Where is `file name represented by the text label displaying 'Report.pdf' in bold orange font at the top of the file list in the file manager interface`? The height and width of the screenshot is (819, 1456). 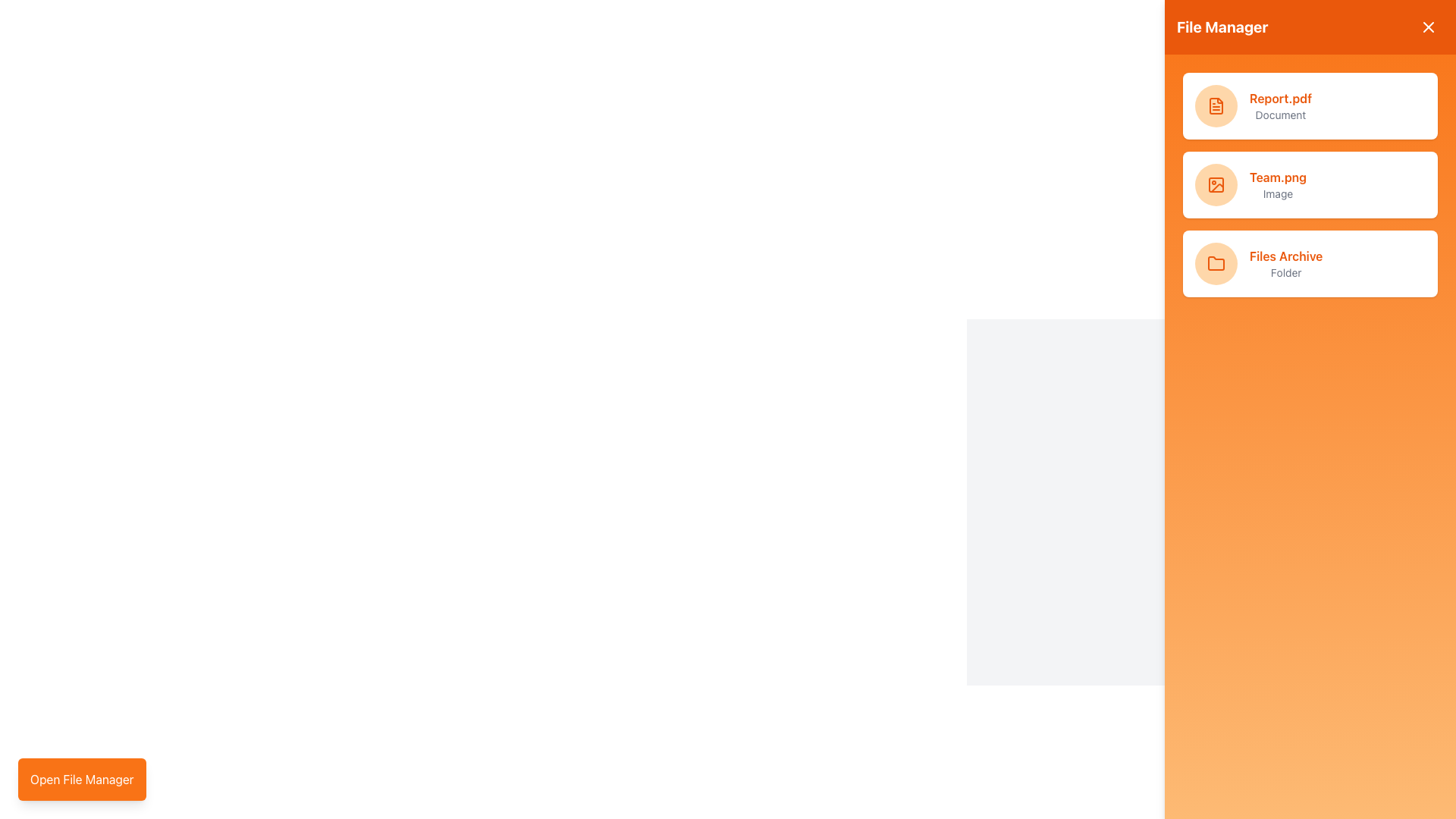
file name represented by the text label displaying 'Report.pdf' in bold orange font at the top of the file list in the file manager interface is located at coordinates (1280, 99).